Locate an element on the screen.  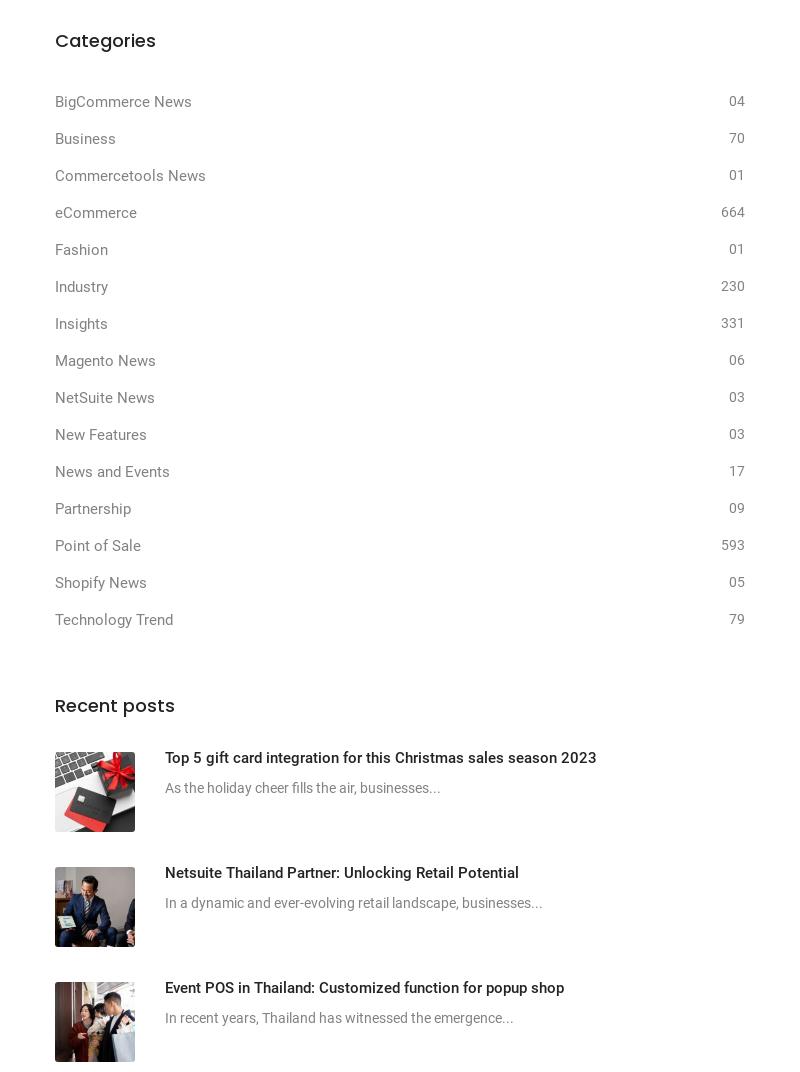
'In recent years, Thailand has witnessed the emergence...' is located at coordinates (164, 1017).